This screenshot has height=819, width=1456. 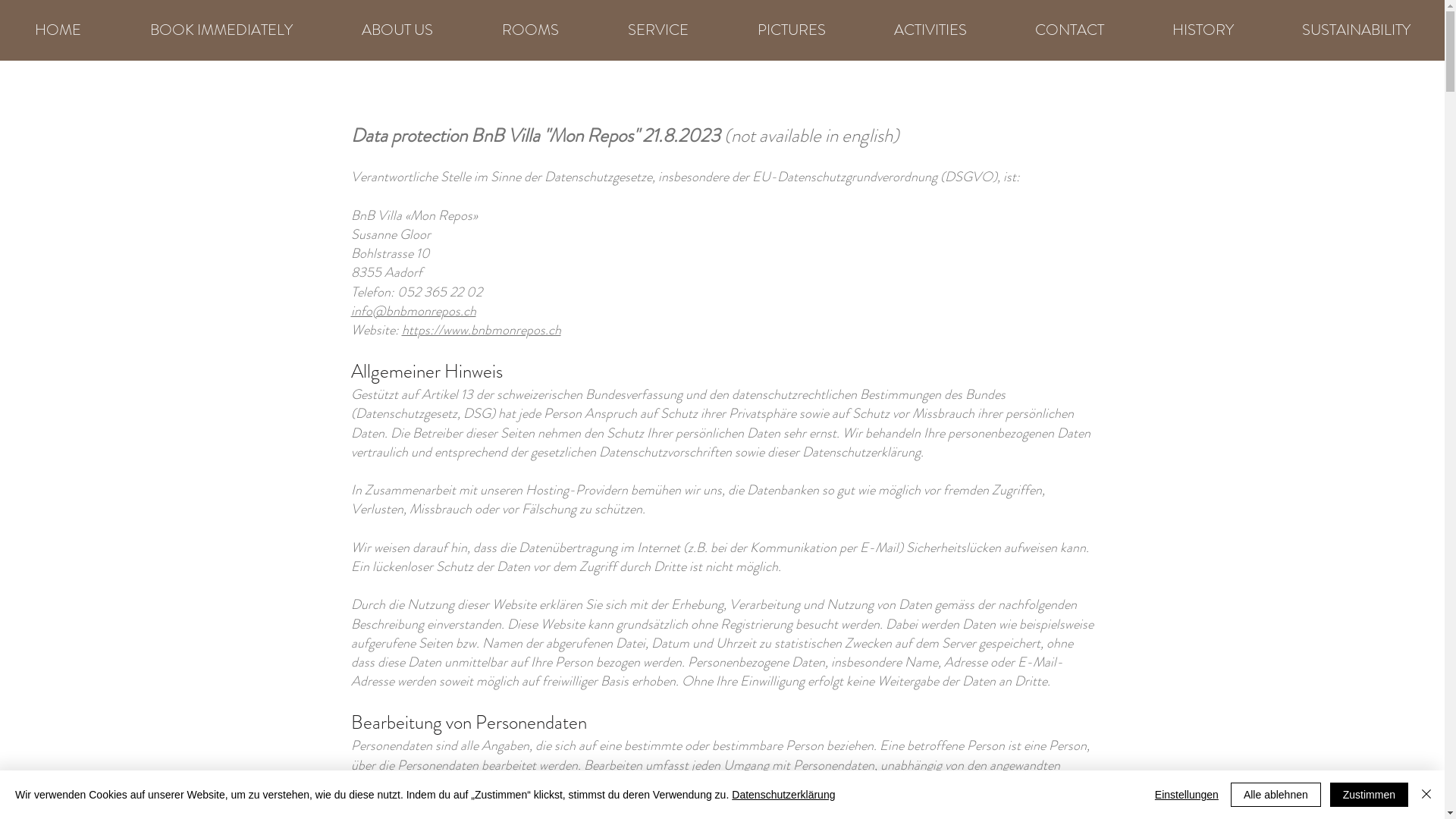 What do you see at coordinates (1138, 30) in the screenshot?
I see `'HISTORY'` at bounding box center [1138, 30].